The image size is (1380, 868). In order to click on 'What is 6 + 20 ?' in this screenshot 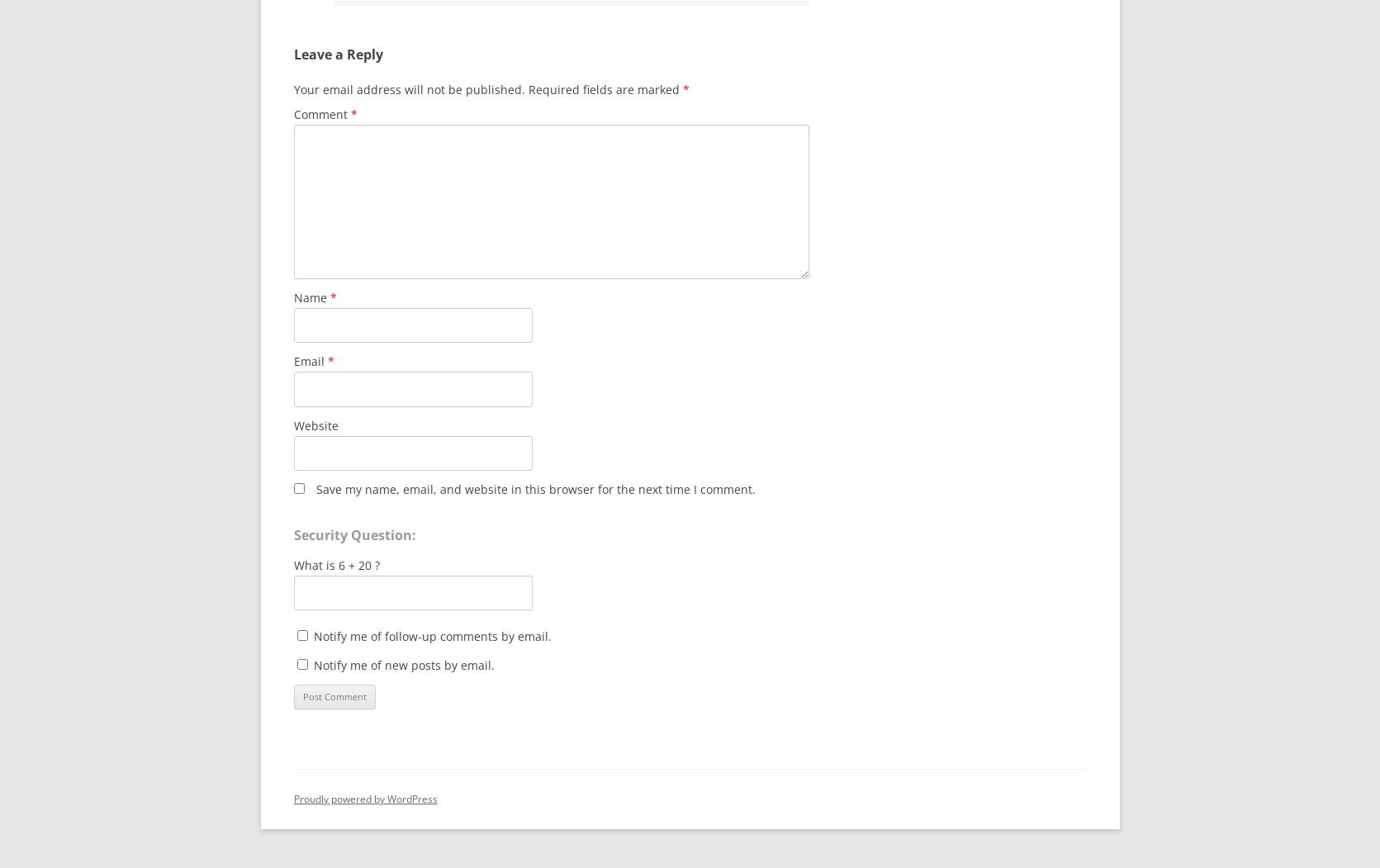, I will do `click(336, 565)`.